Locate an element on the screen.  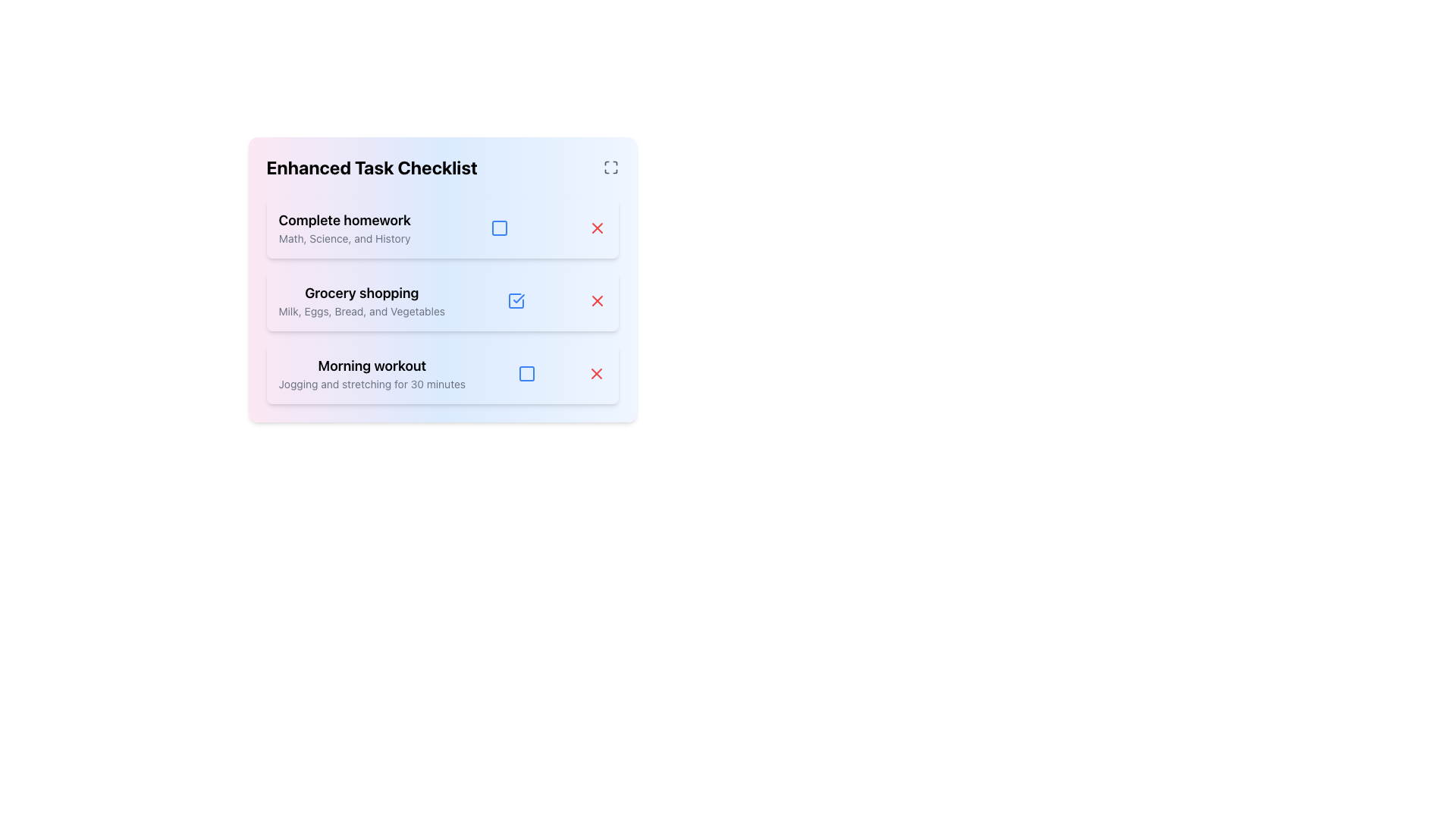
text of the header element displaying 'Morning workout', which is a bold and prominent title above the description in the checklist interface is located at coordinates (372, 366).